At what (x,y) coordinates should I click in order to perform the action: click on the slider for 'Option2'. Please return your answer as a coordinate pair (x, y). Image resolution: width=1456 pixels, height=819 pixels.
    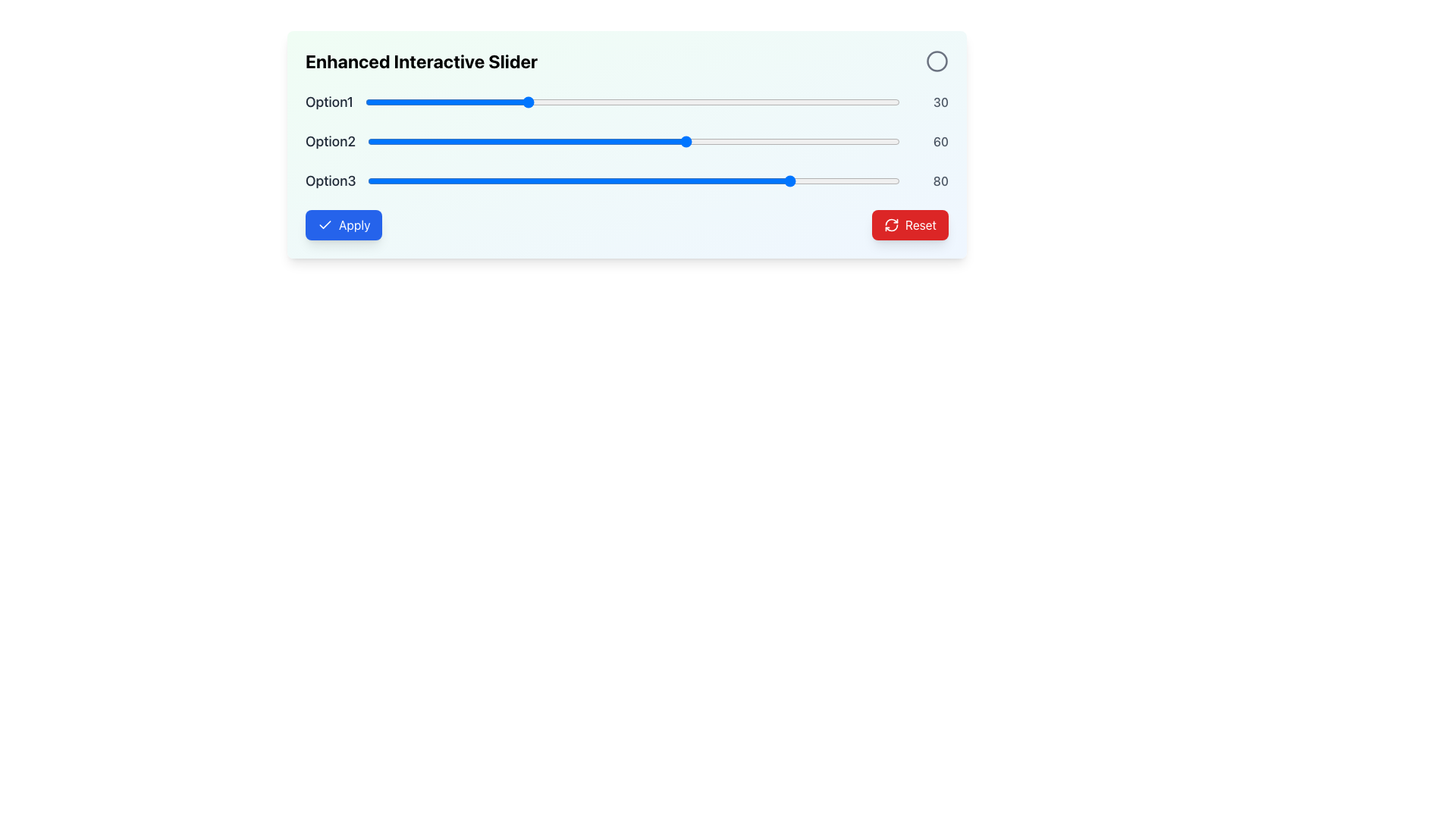
    Looking at the image, I should click on (798, 141).